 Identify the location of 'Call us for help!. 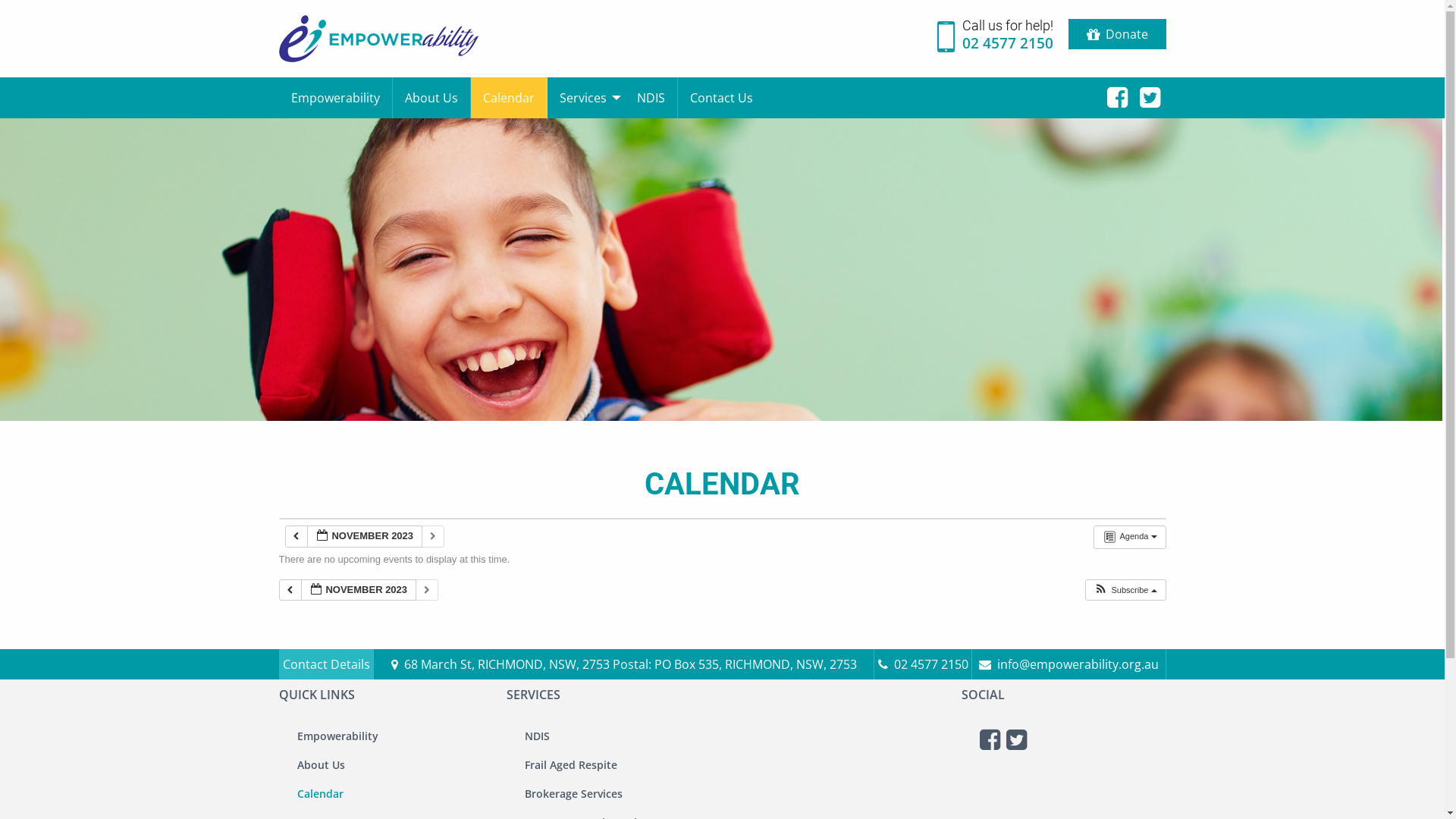
(995, 38).